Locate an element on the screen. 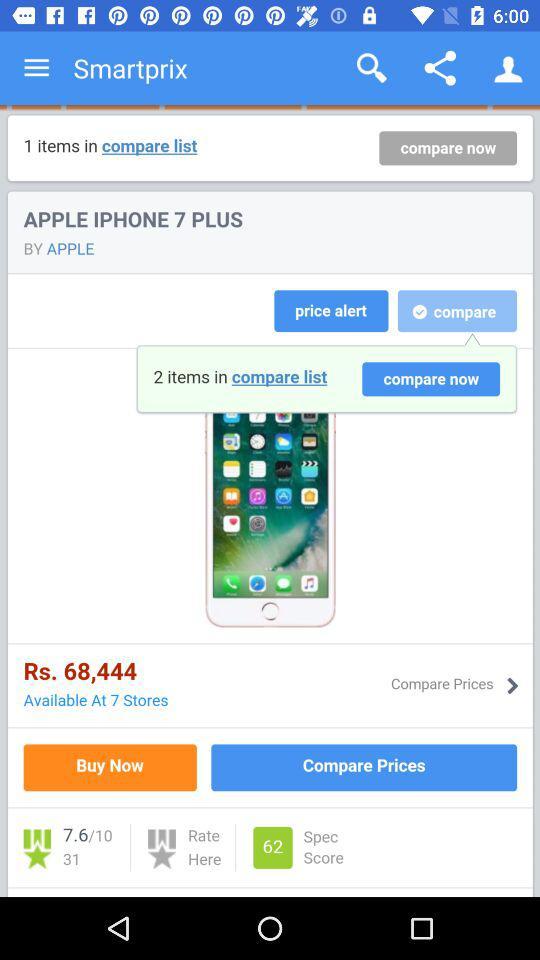 The width and height of the screenshot is (540, 960). advertisement is located at coordinates (270, 500).